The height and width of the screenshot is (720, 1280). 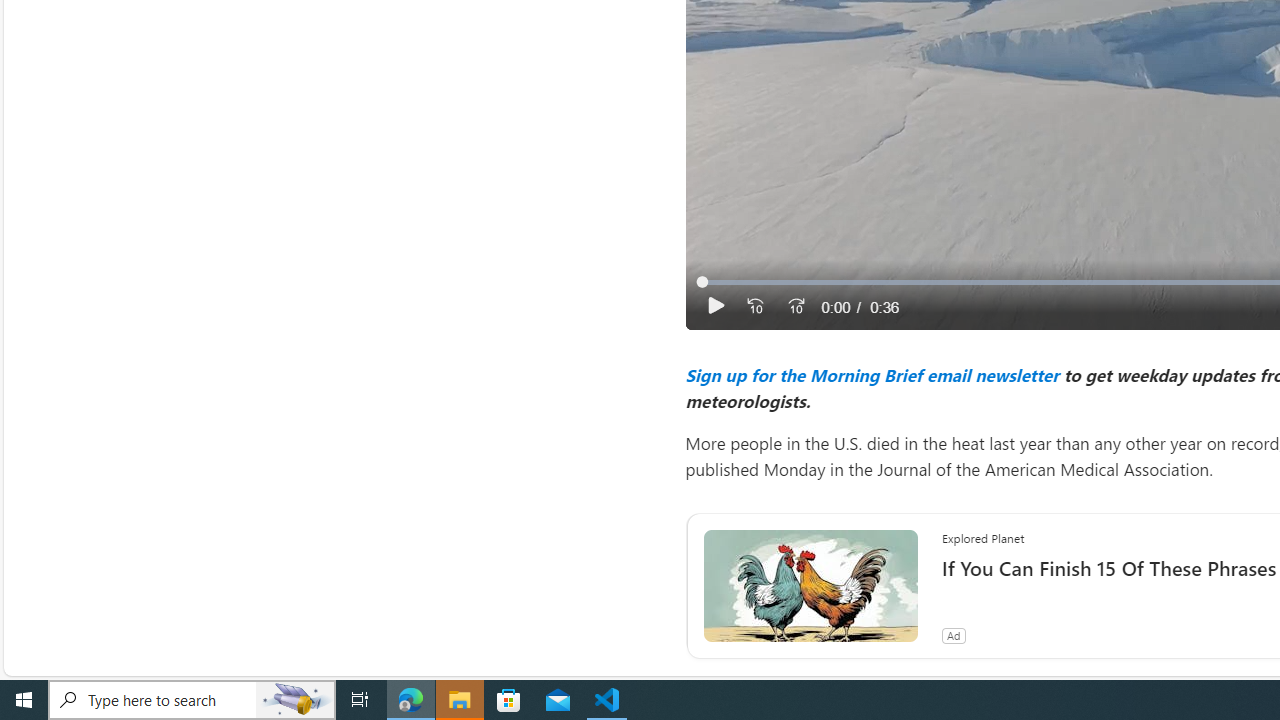 What do you see at coordinates (794, 306) in the screenshot?
I see `'Seek Forward'` at bounding box center [794, 306].